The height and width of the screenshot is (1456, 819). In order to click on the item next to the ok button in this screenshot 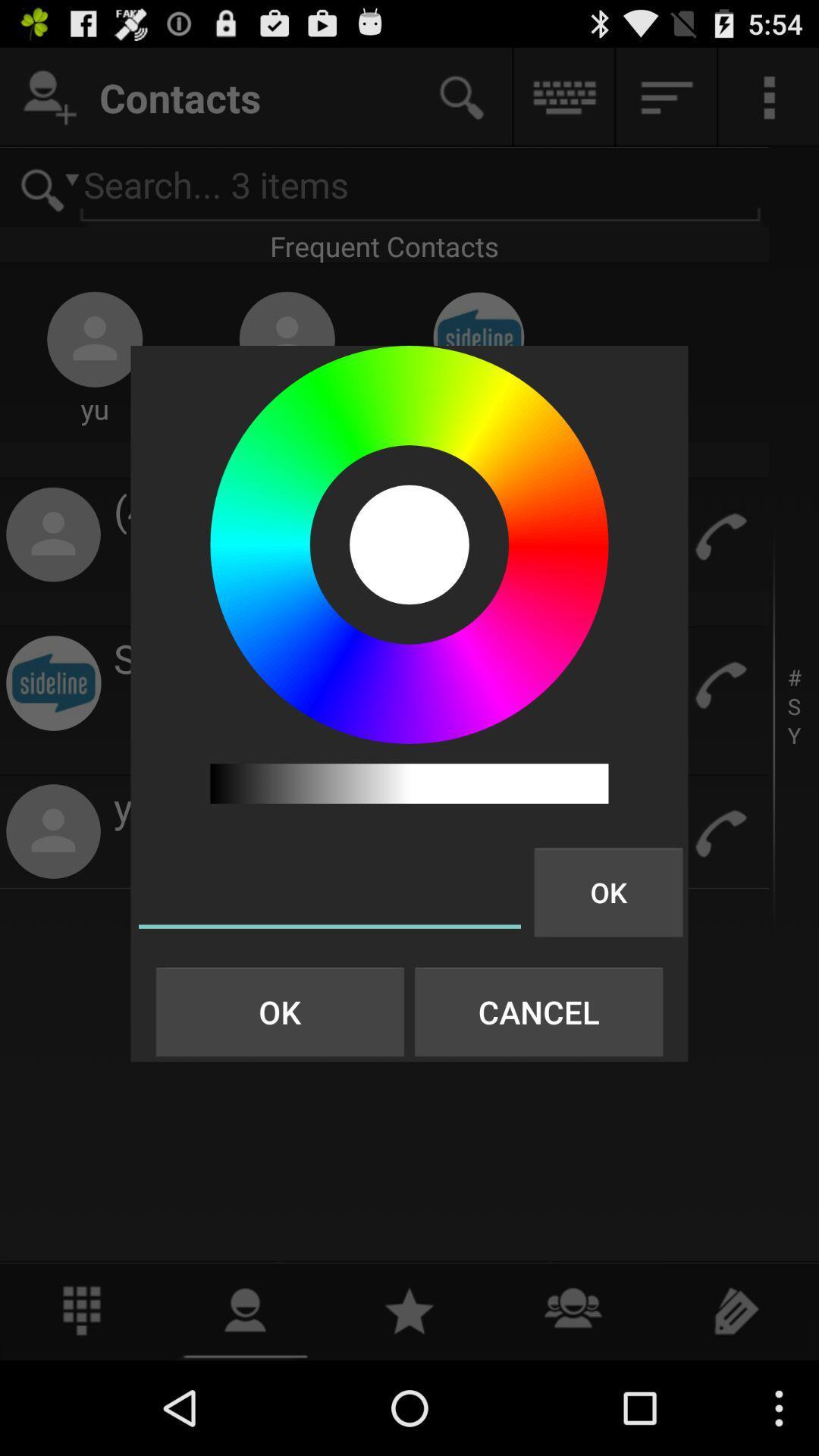, I will do `click(538, 1012)`.